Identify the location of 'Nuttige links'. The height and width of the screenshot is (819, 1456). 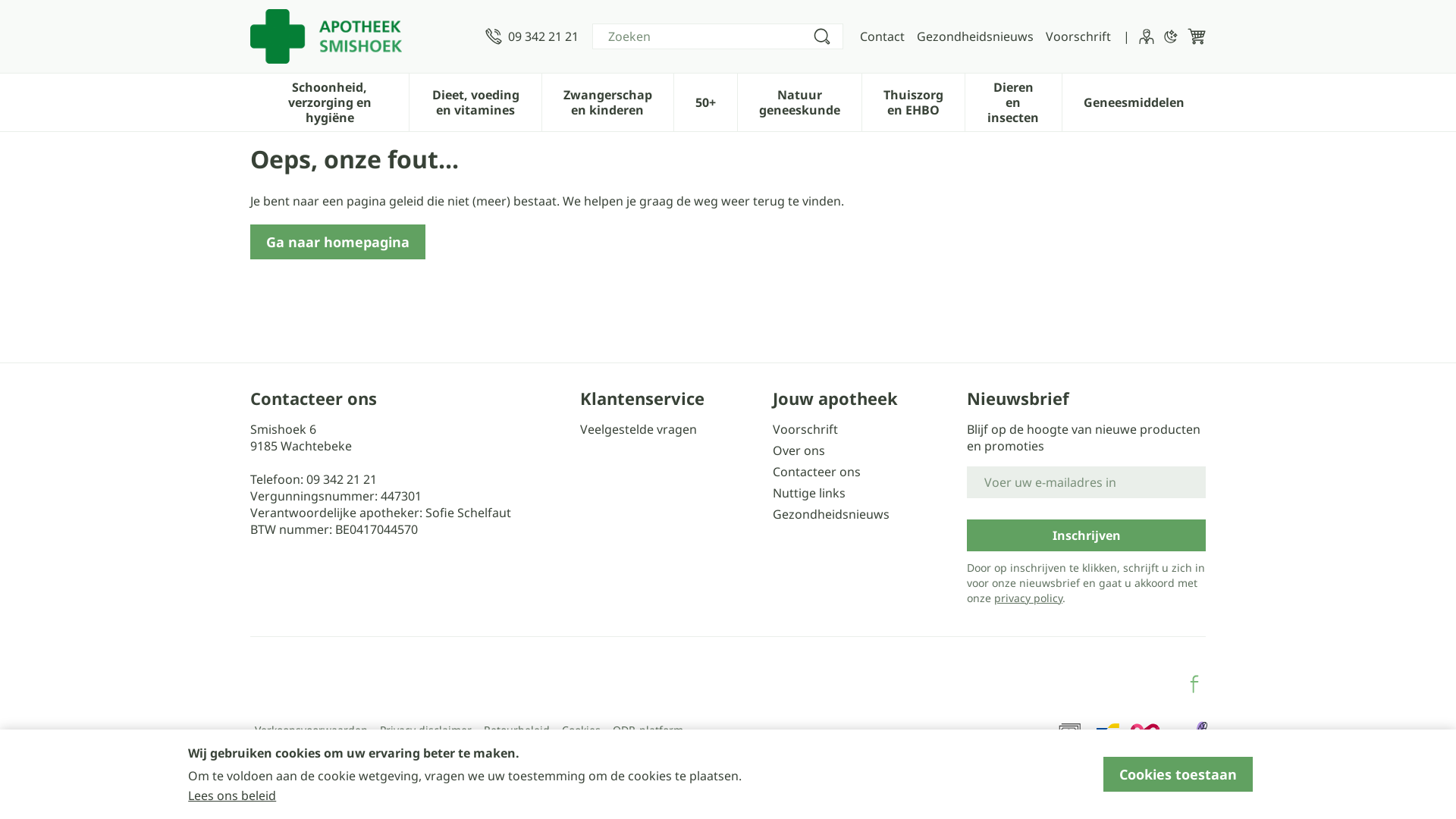
(863, 493).